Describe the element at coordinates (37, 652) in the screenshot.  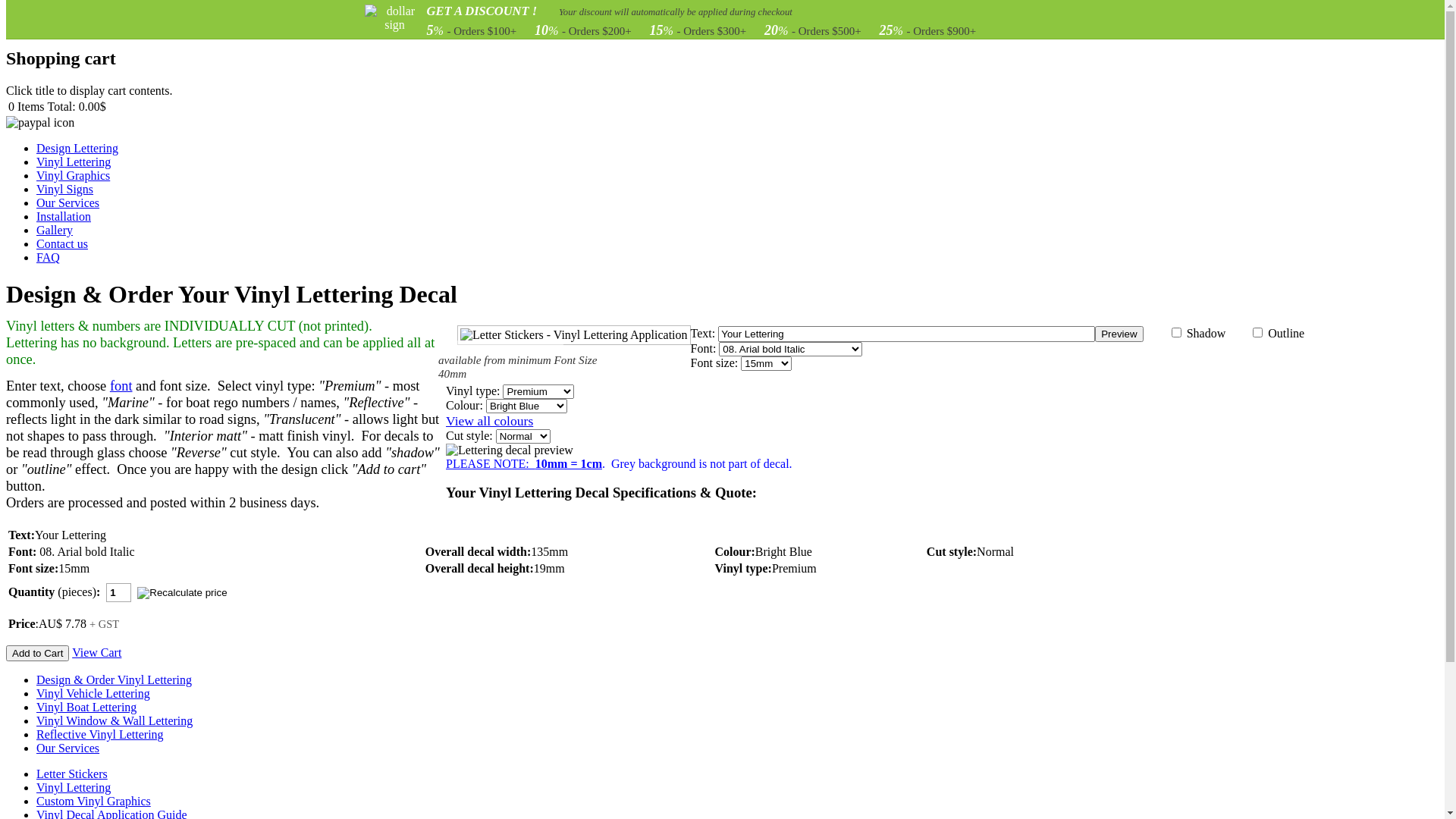
I see `'Add to Cart'` at that location.